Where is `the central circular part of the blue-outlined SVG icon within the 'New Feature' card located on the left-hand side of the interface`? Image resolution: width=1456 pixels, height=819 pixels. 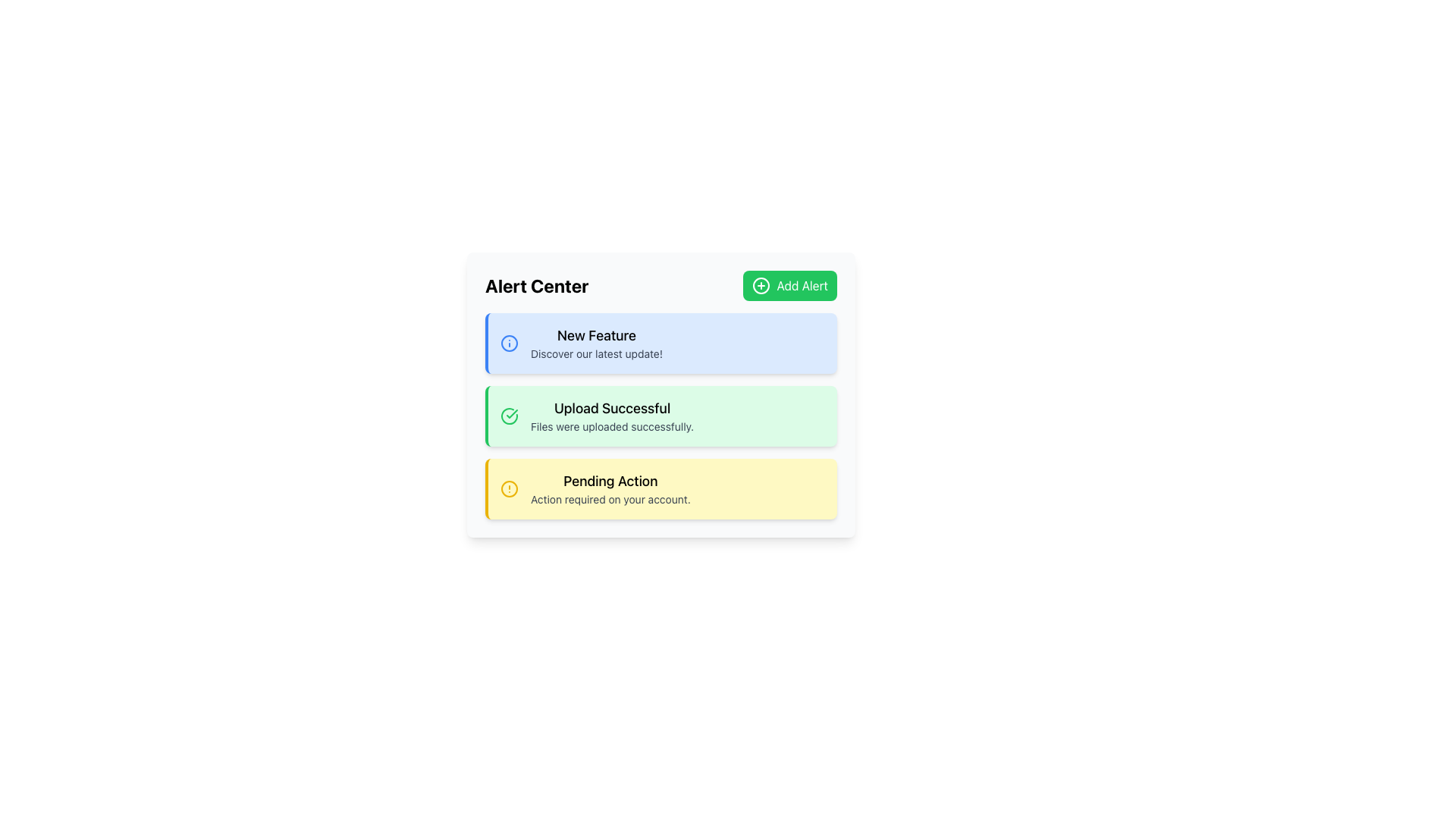 the central circular part of the blue-outlined SVG icon within the 'New Feature' card located on the left-hand side of the interface is located at coordinates (510, 343).